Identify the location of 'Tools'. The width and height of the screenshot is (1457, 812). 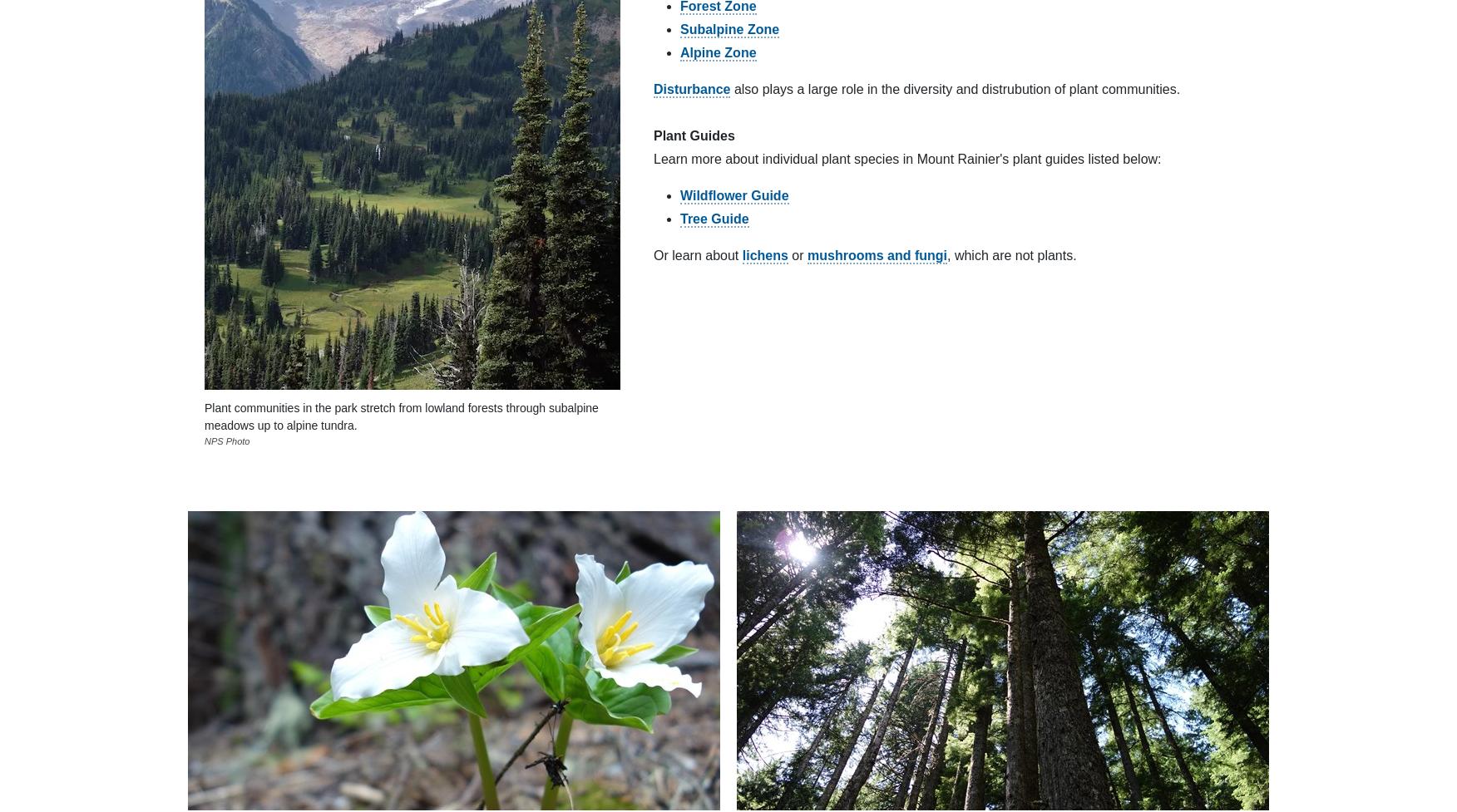
(753, 352).